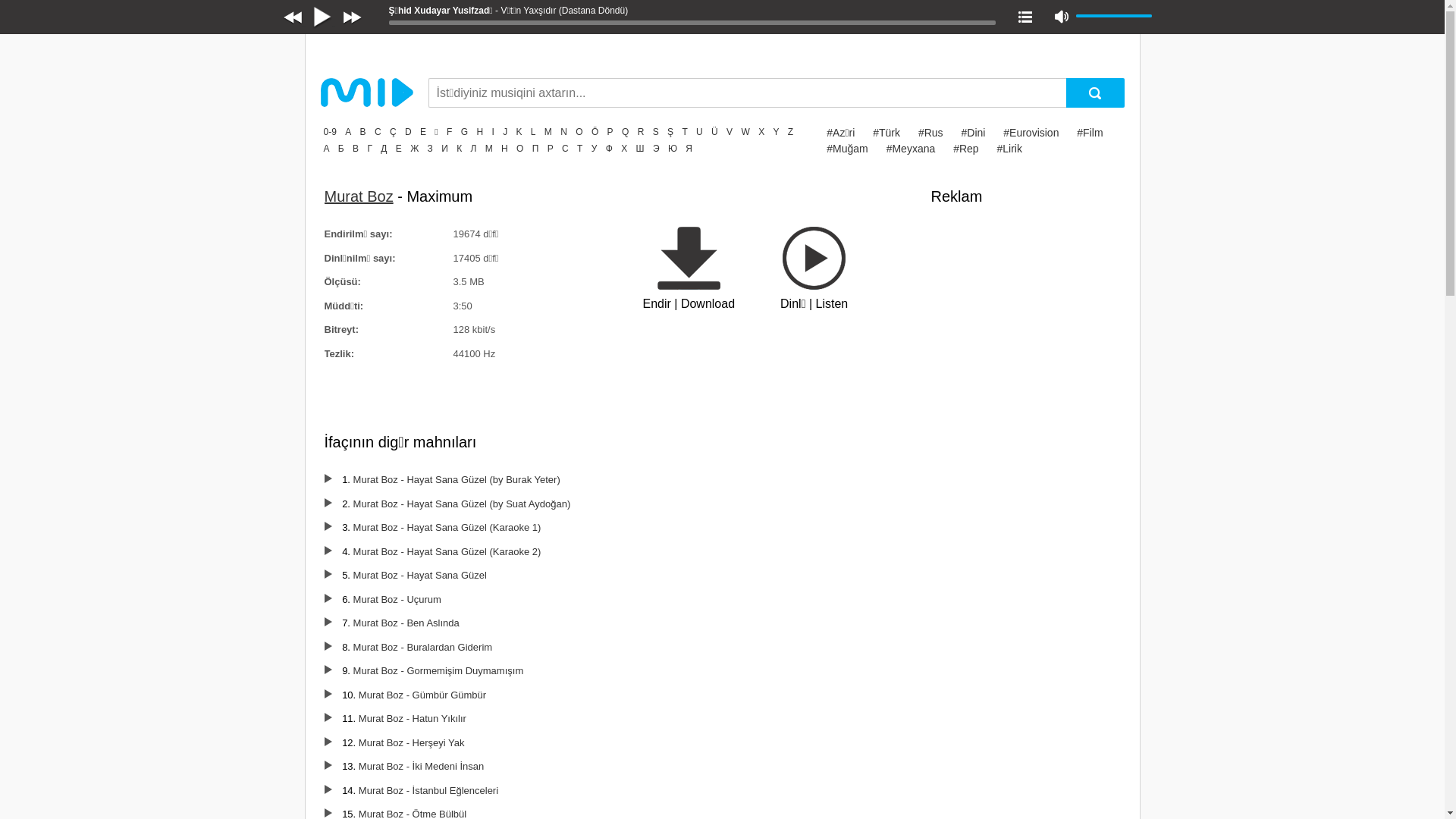 Image resolution: width=1456 pixels, height=819 pixels. I want to click on 'P', so click(610, 130).